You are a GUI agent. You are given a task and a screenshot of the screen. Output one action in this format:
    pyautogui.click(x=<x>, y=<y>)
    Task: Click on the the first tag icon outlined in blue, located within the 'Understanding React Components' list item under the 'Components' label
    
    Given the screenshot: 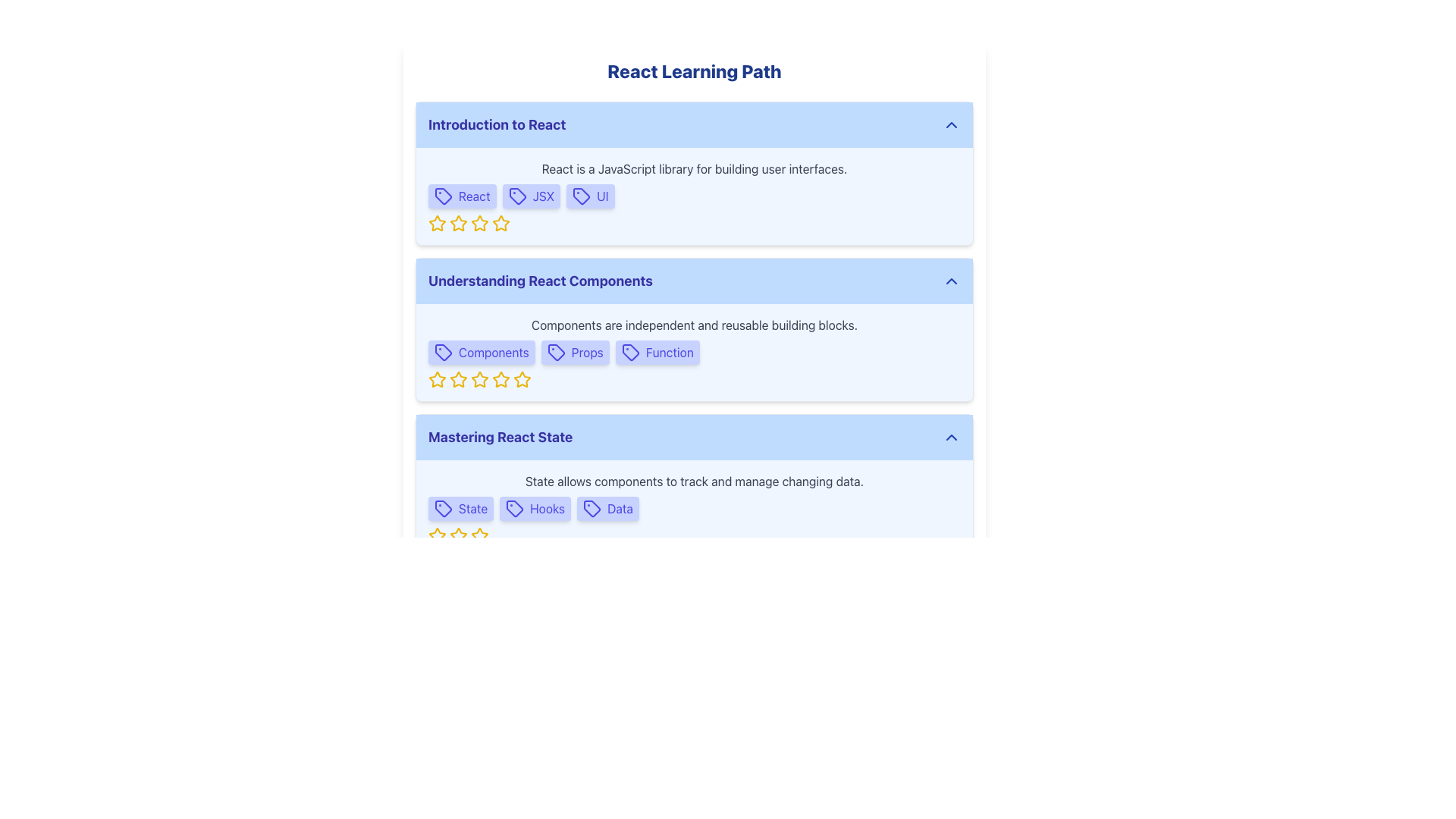 What is the action you would take?
    pyautogui.click(x=443, y=353)
    